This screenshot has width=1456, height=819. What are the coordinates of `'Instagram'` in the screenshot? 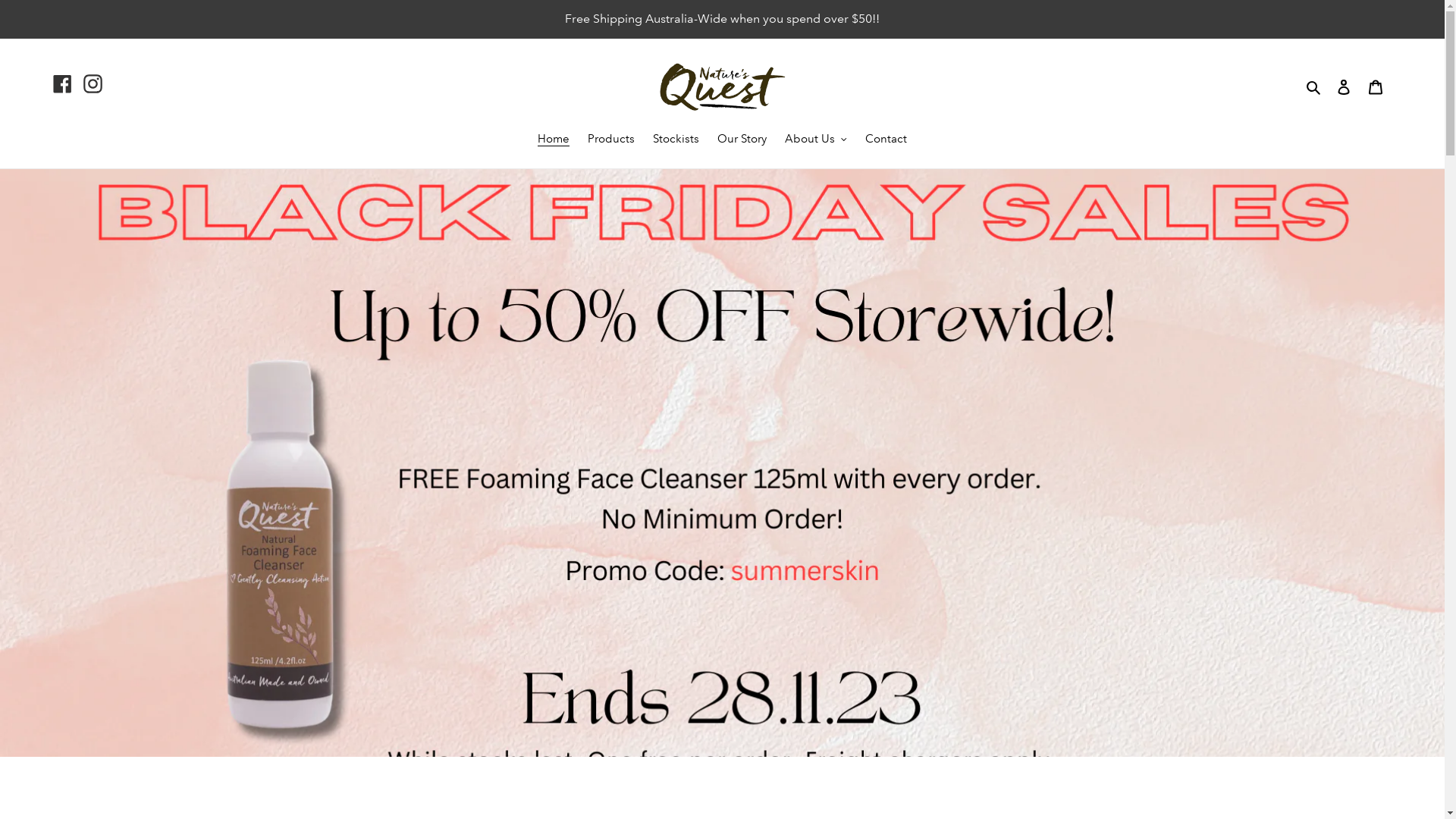 It's located at (92, 83).